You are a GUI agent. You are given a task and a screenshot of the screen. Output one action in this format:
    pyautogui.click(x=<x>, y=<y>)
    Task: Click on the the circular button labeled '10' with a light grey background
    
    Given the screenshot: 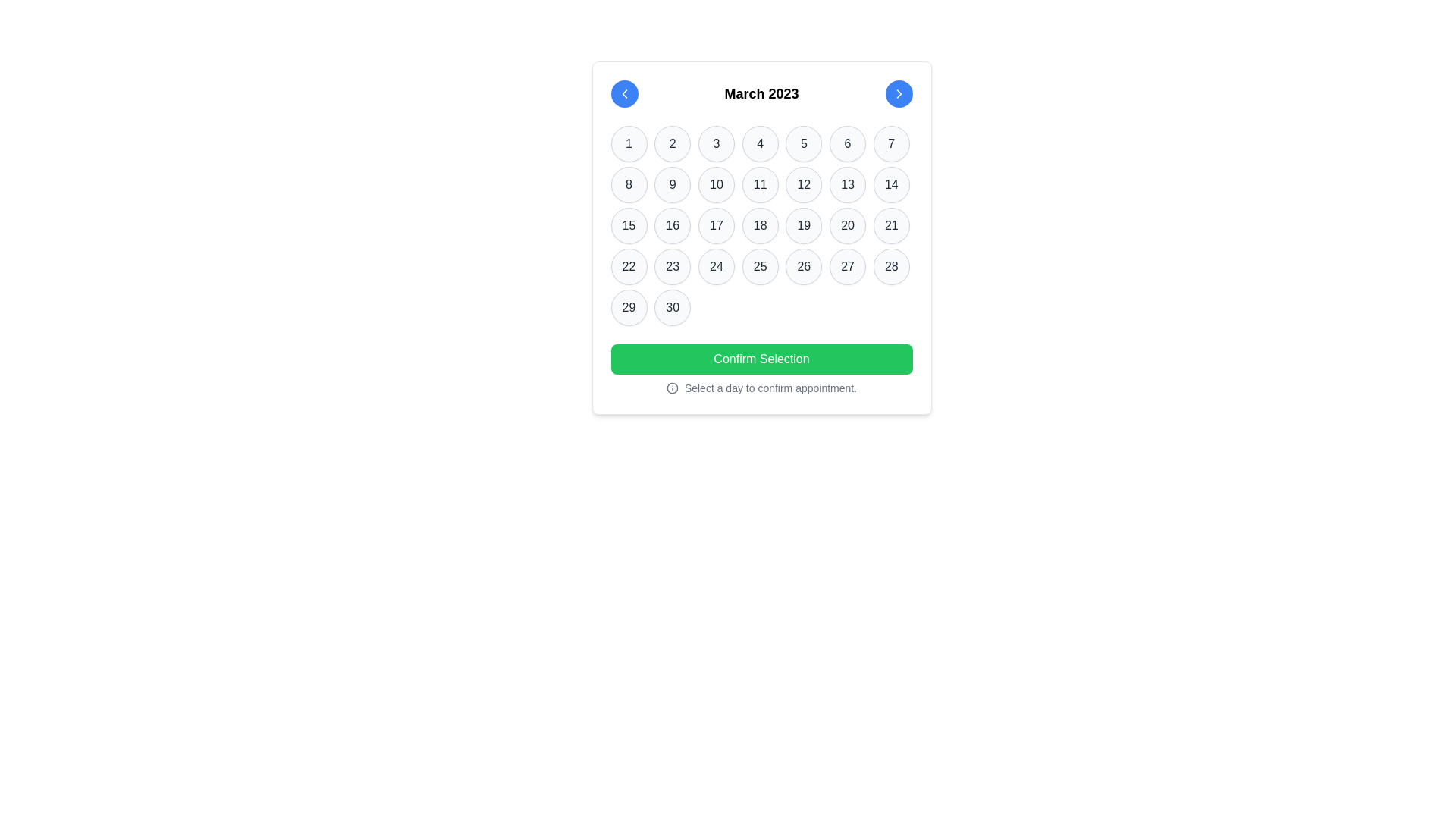 What is the action you would take?
    pyautogui.click(x=715, y=184)
    